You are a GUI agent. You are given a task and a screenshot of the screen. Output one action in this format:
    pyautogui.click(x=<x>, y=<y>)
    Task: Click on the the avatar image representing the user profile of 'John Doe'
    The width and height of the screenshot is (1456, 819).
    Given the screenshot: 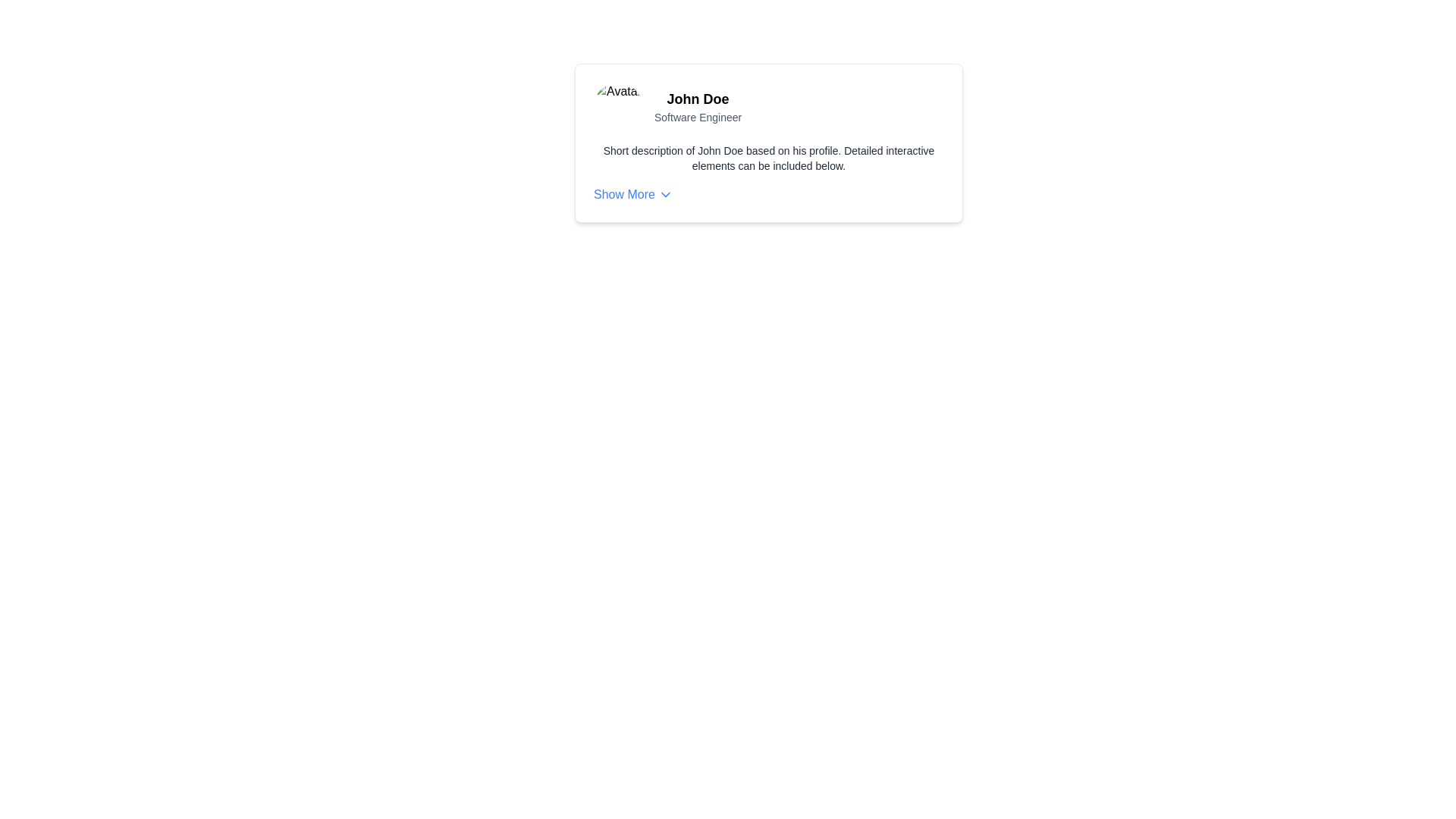 What is the action you would take?
    pyautogui.click(x=618, y=106)
    